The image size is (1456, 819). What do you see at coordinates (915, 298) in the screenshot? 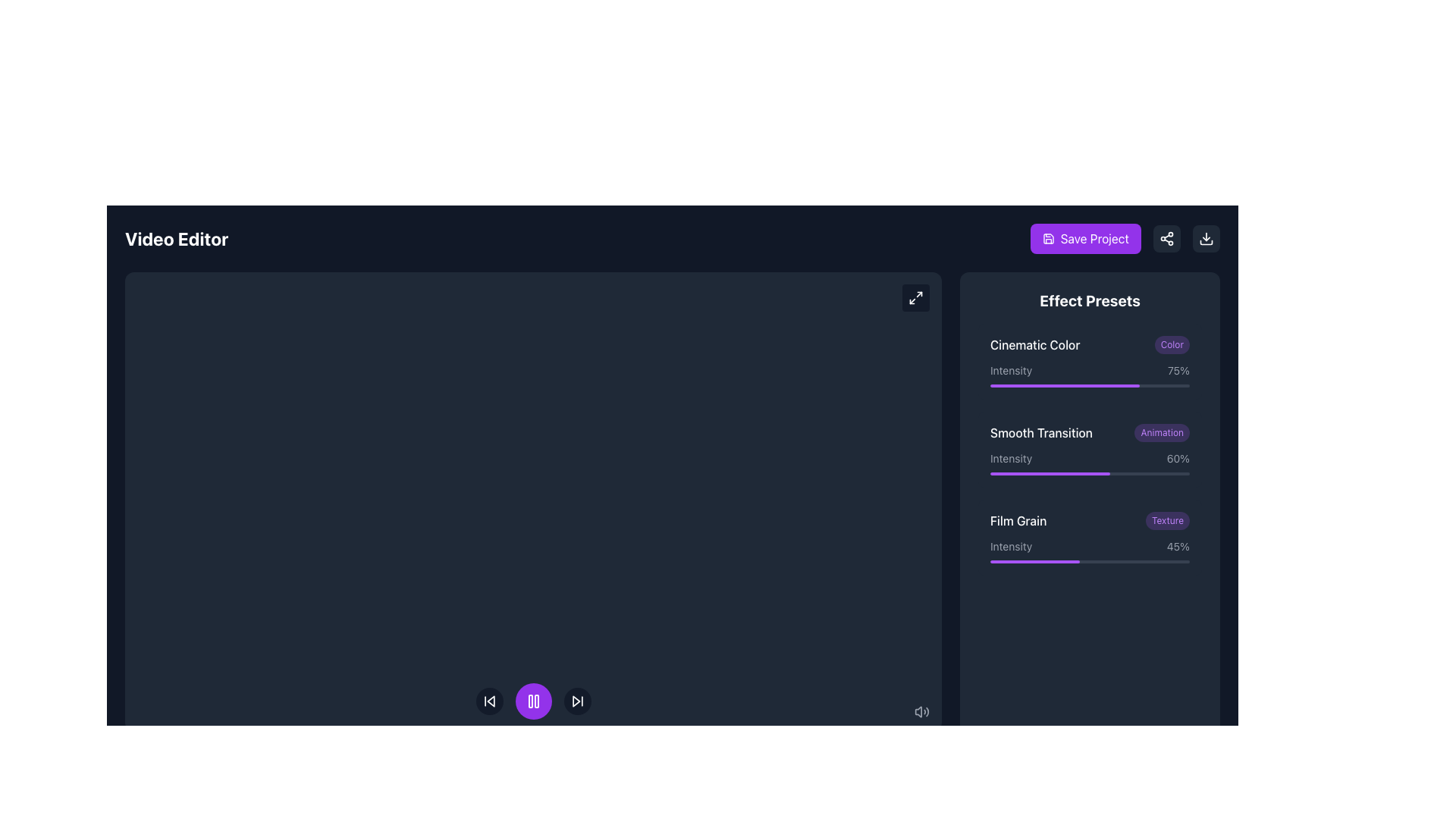
I see `the maximize icon located in the top-right area of the main editor interface` at bounding box center [915, 298].